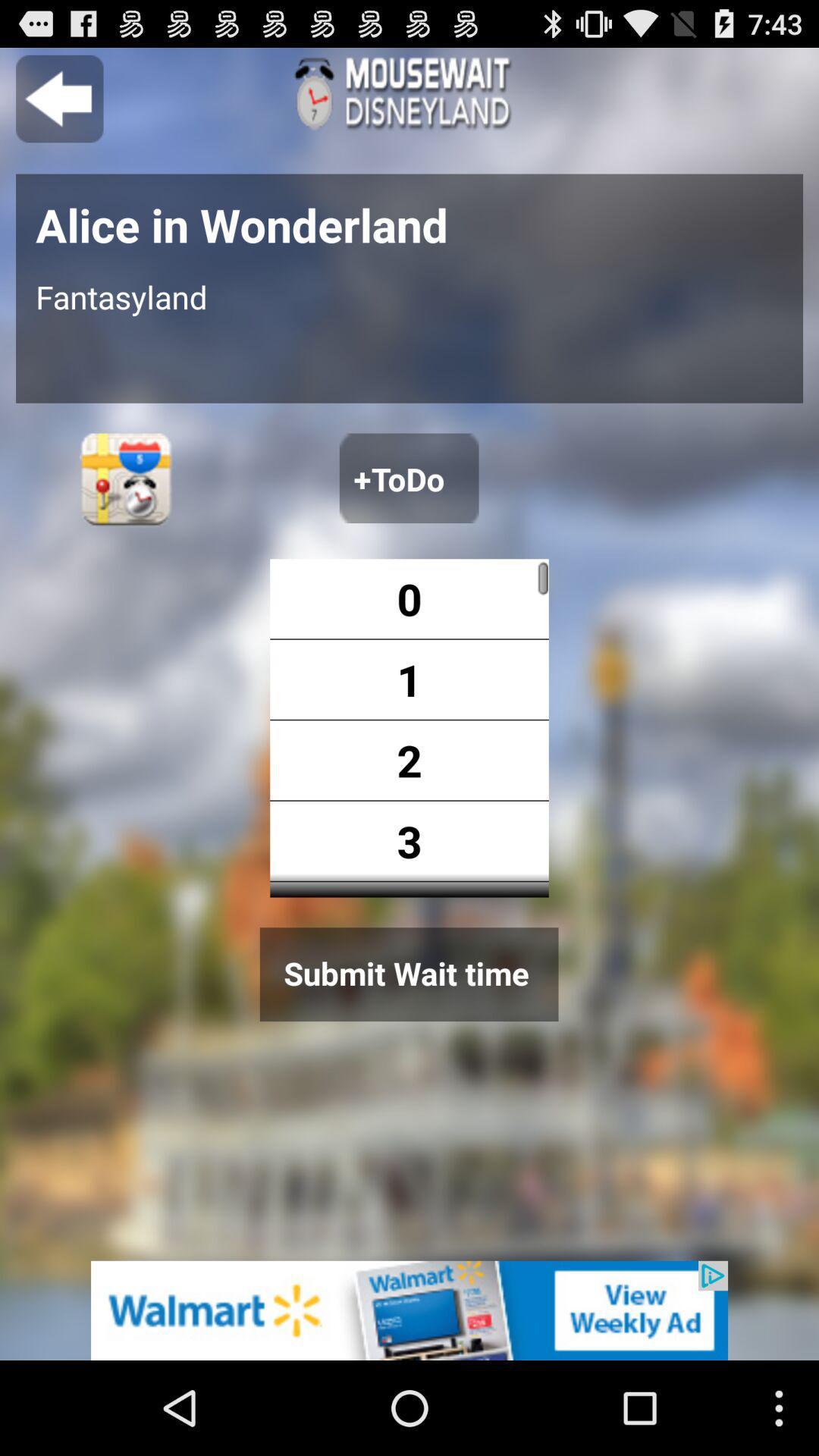  I want to click on the arrow_backward icon, so click(58, 105).